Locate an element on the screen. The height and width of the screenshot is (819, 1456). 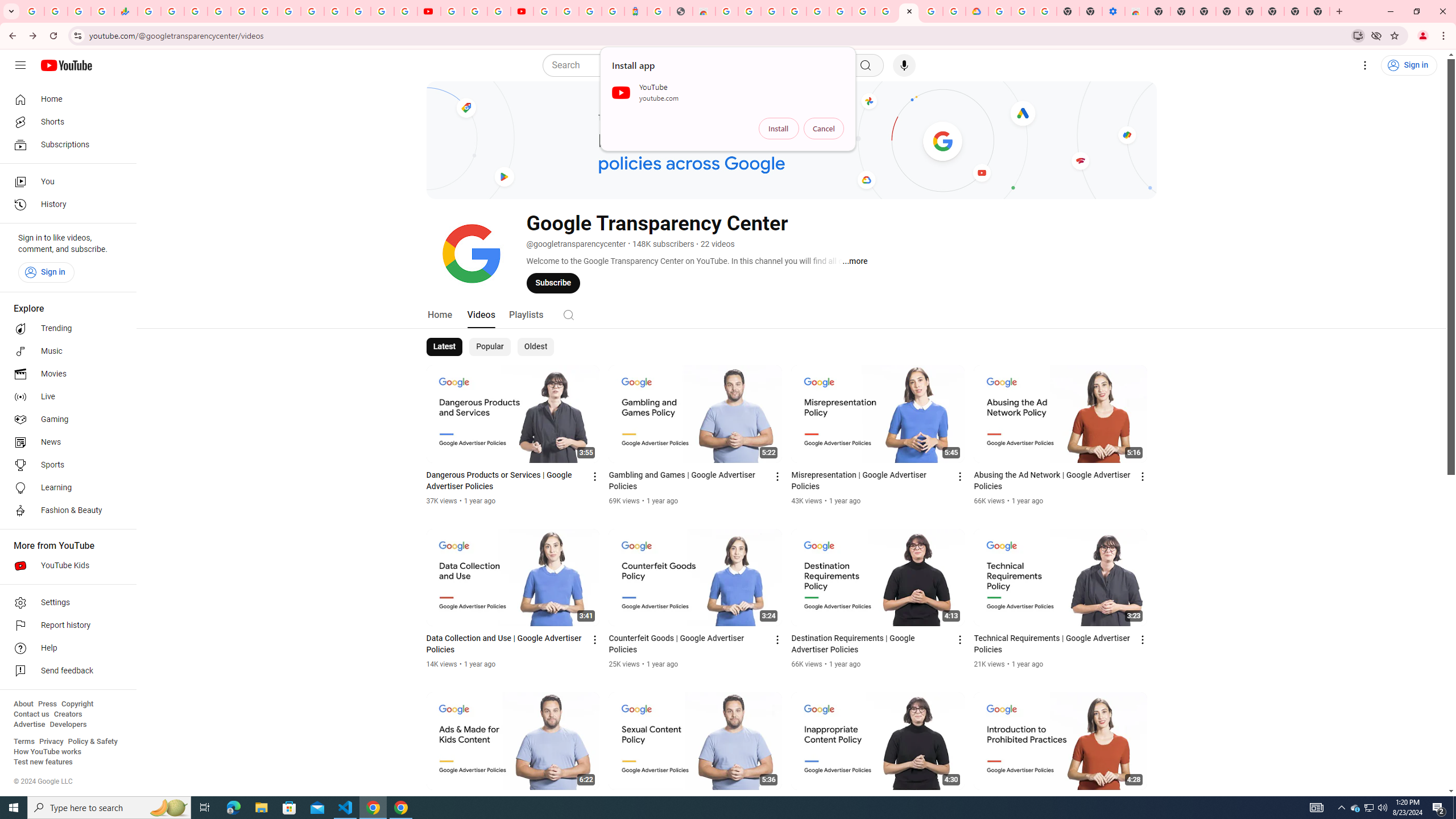
'New Tab' is located at coordinates (1318, 11).